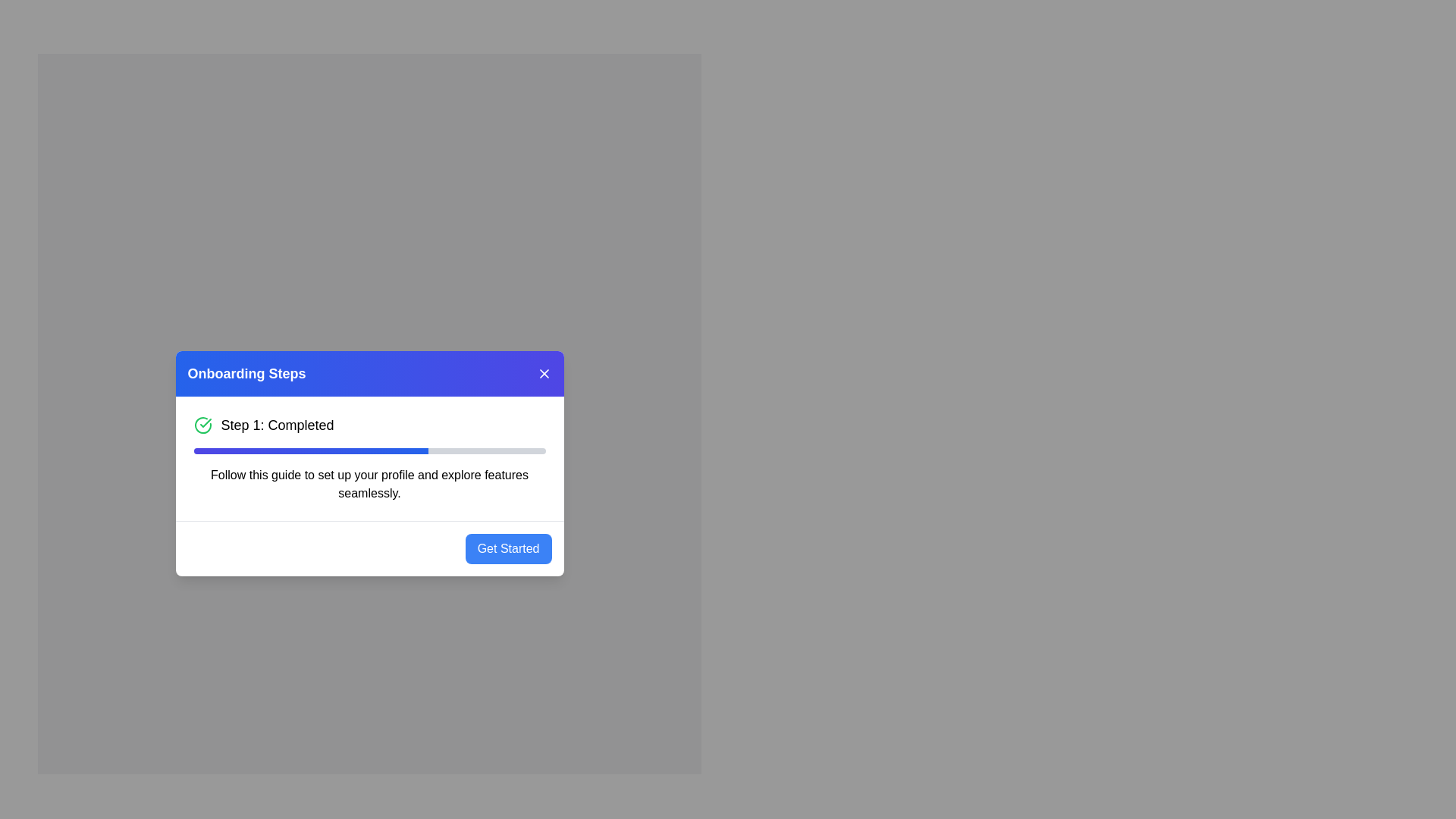 This screenshot has height=819, width=1456. What do you see at coordinates (369, 484) in the screenshot?
I see `text label that contains the message: 'Follow this guide to set up your profile and explore features seamlessly.' It is located within a white card interface below a progress bar and above the 'Get Started' button` at bounding box center [369, 484].